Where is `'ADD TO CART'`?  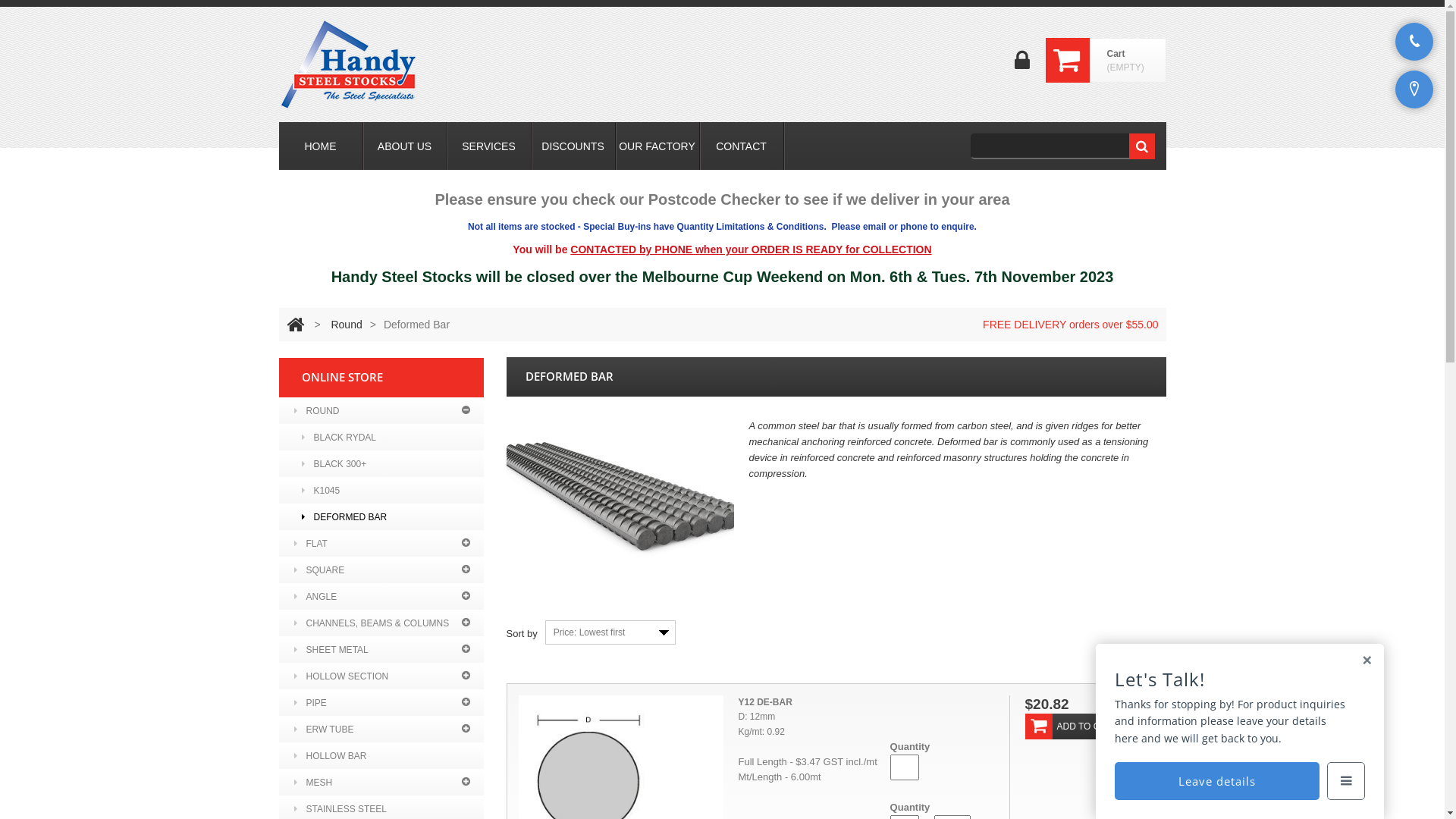
'ADD TO CART' is located at coordinates (1025, 725).